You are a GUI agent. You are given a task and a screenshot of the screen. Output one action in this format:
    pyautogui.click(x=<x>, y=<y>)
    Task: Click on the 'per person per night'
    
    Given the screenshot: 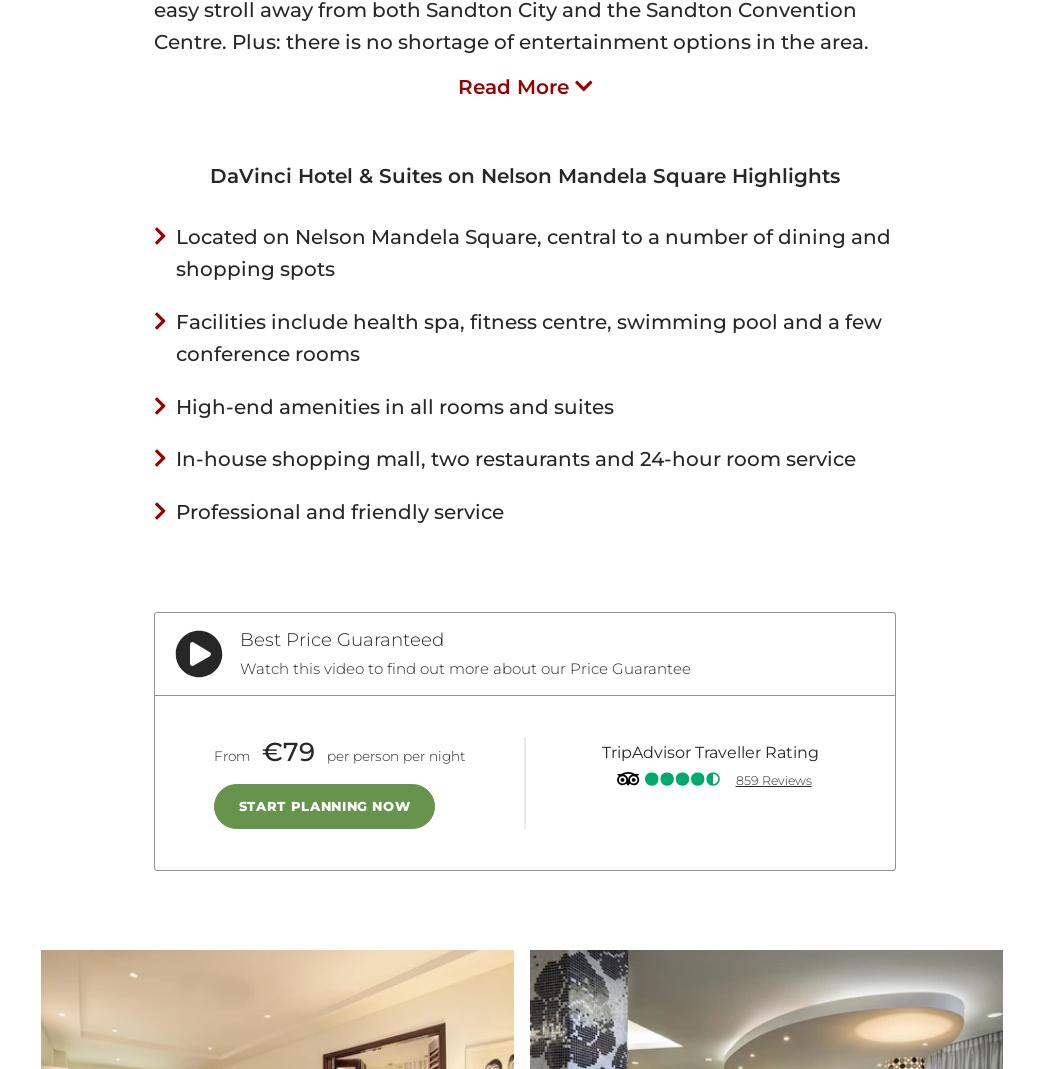 What is the action you would take?
    pyautogui.click(x=393, y=755)
    